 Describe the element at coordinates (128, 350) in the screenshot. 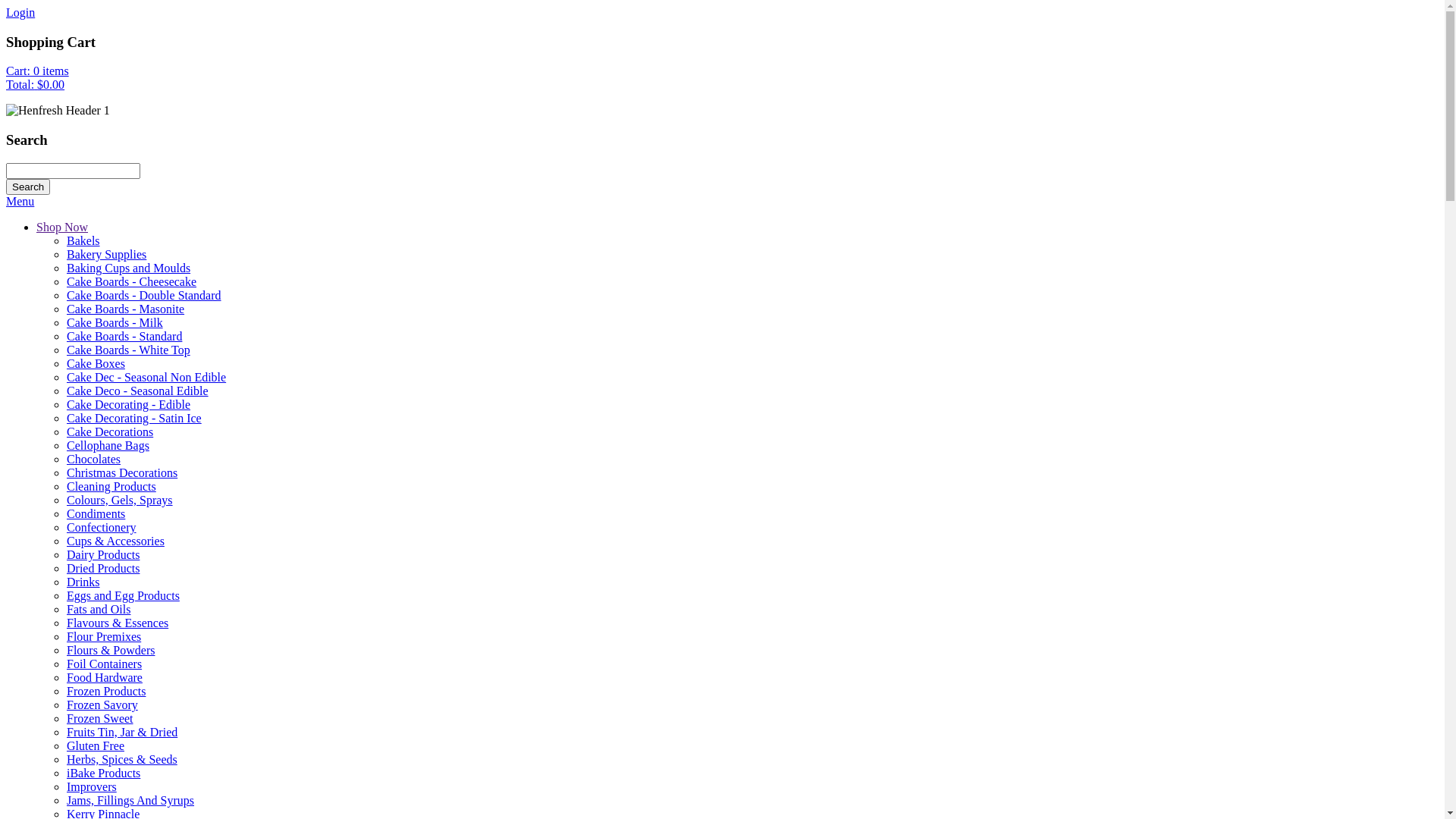

I see `'Cake Boards - White Top'` at that location.